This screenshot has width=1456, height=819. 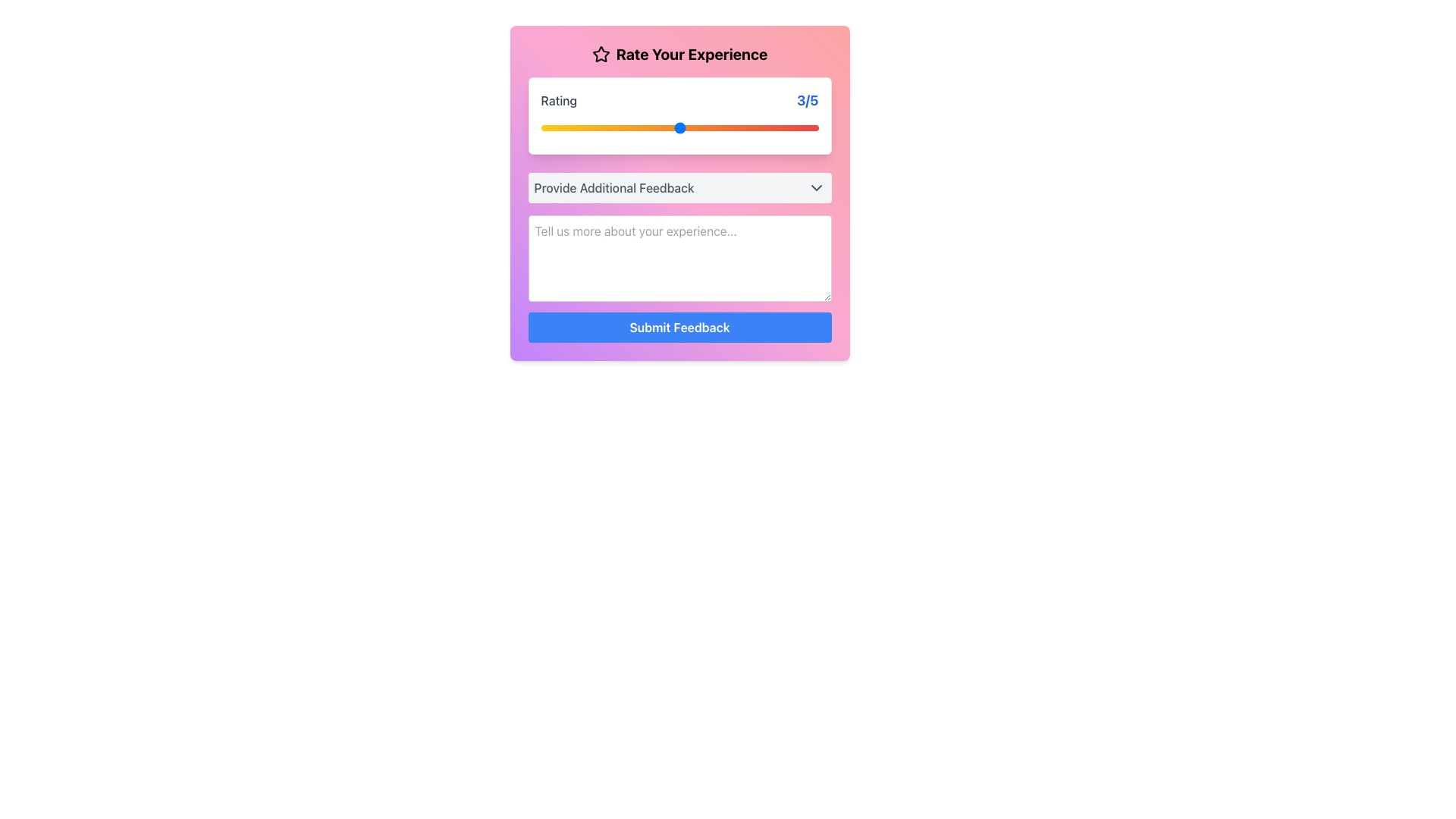 What do you see at coordinates (679, 327) in the screenshot?
I see `the submit button located in the lower section of the card structure` at bounding box center [679, 327].